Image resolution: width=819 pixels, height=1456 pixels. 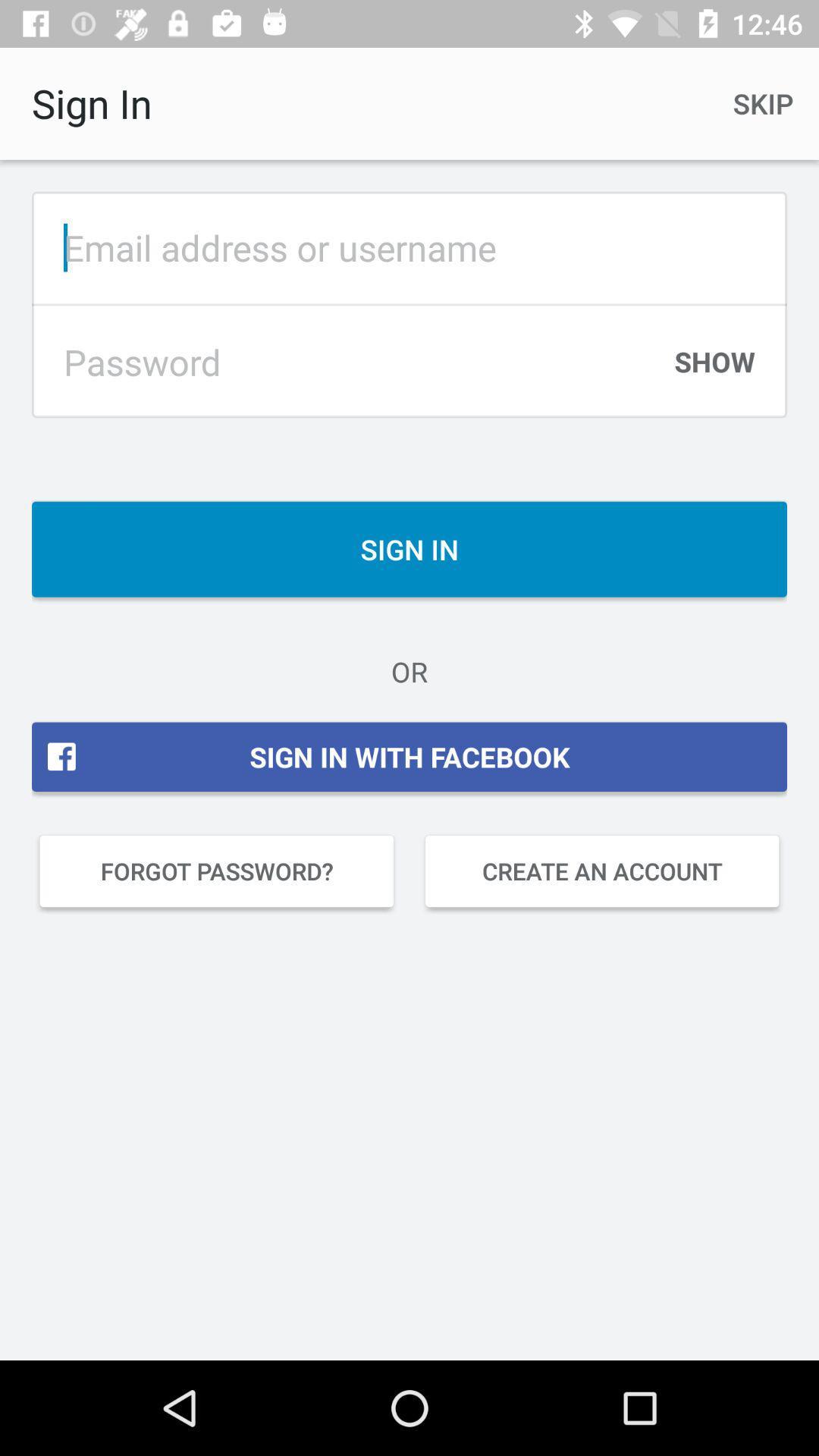 What do you see at coordinates (714, 369) in the screenshot?
I see `icon above sign in icon` at bounding box center [714, 369].